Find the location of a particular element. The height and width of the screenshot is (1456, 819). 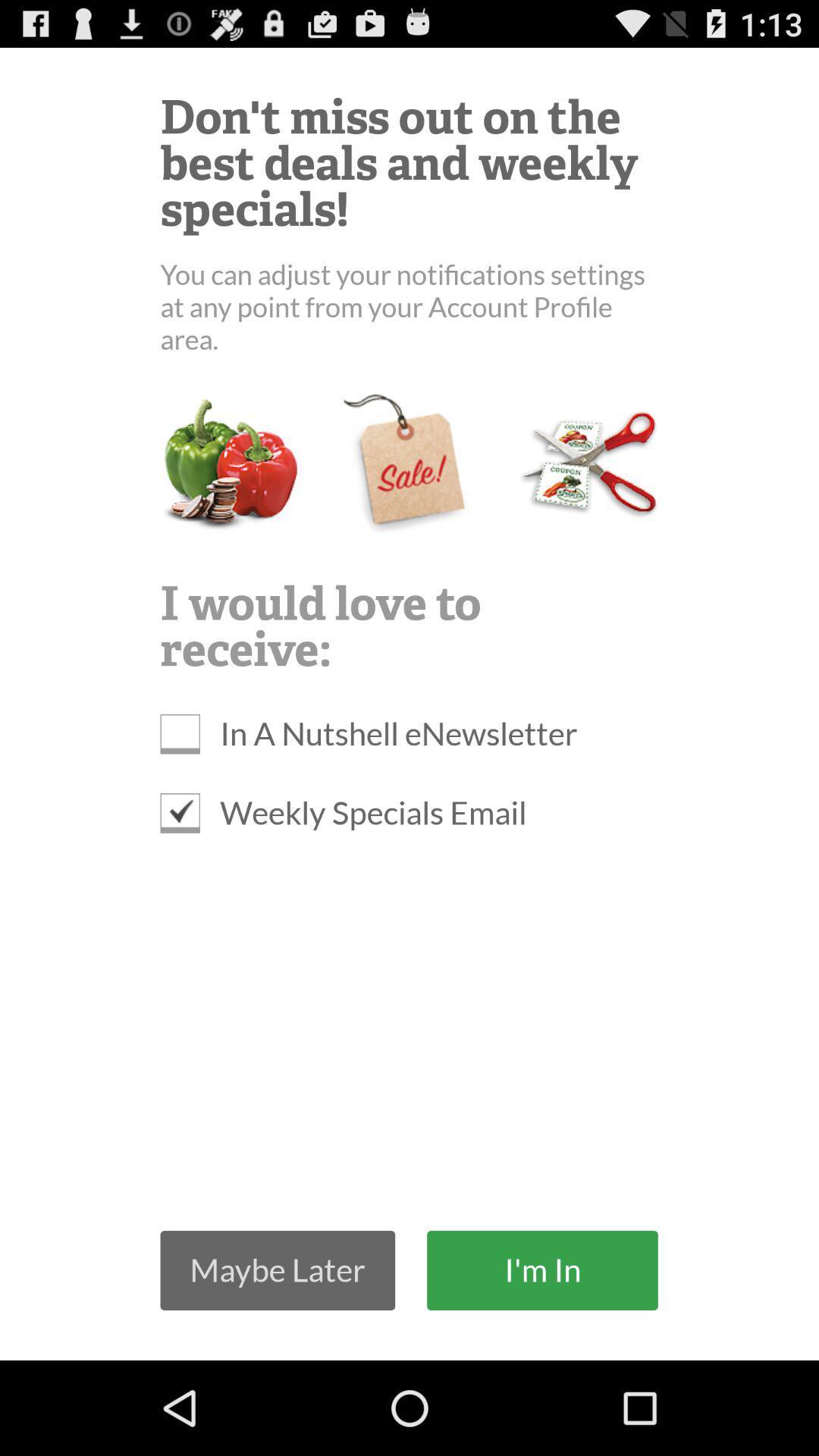

the icon next to i'm in icon is located at coordinates (278, 1270).